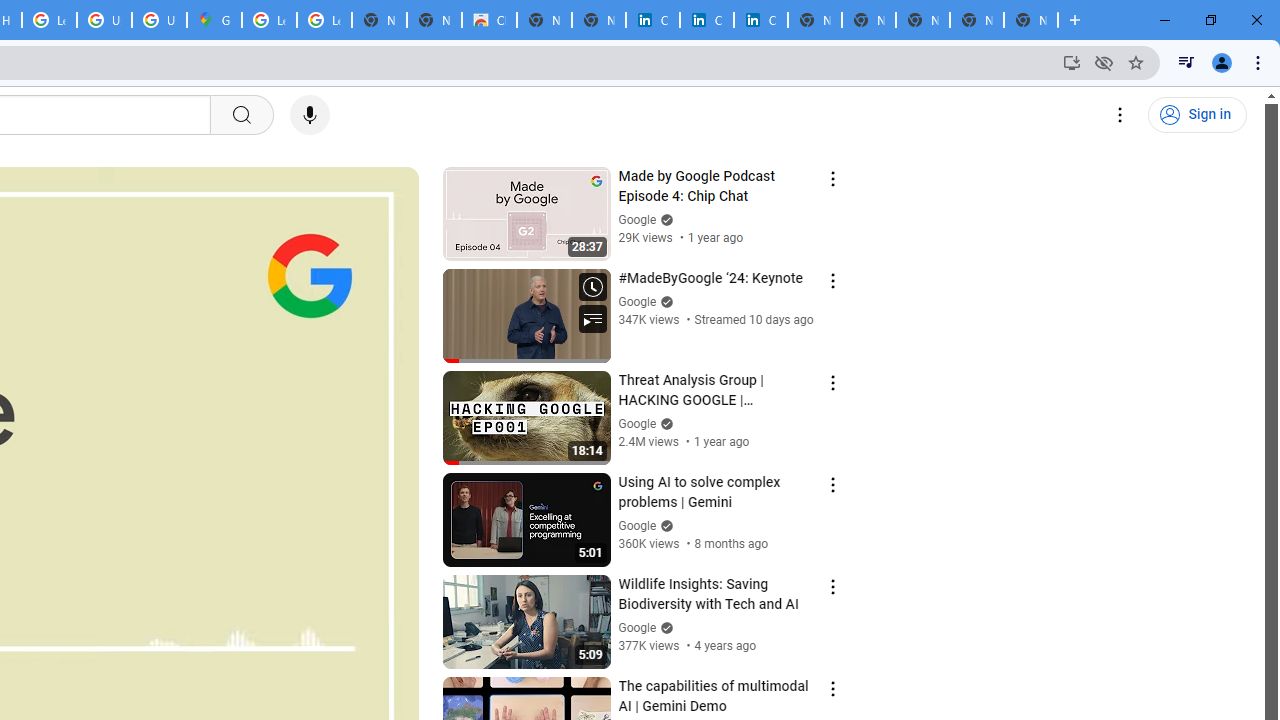  Describe the element at coordinates (706, 20) in the screenshot. I see `'Cookie Policy | LinkedIn'` at that location.